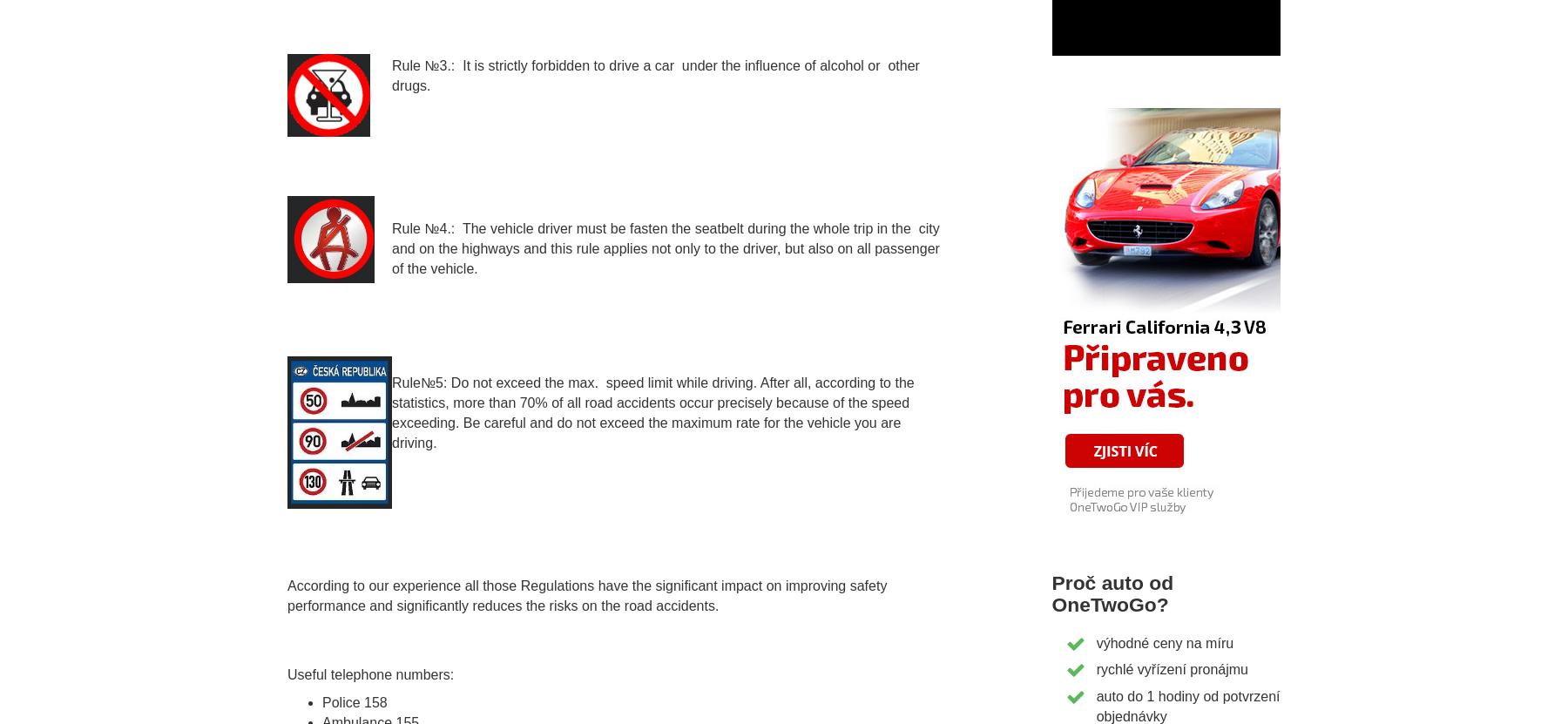 This screenshot has height=724, width=1568. I want to click on 'According to our experience all those Regulations have the significant impact on improving safety performance and significantly reduces the risks on the road accidents.', so click(586, 595).